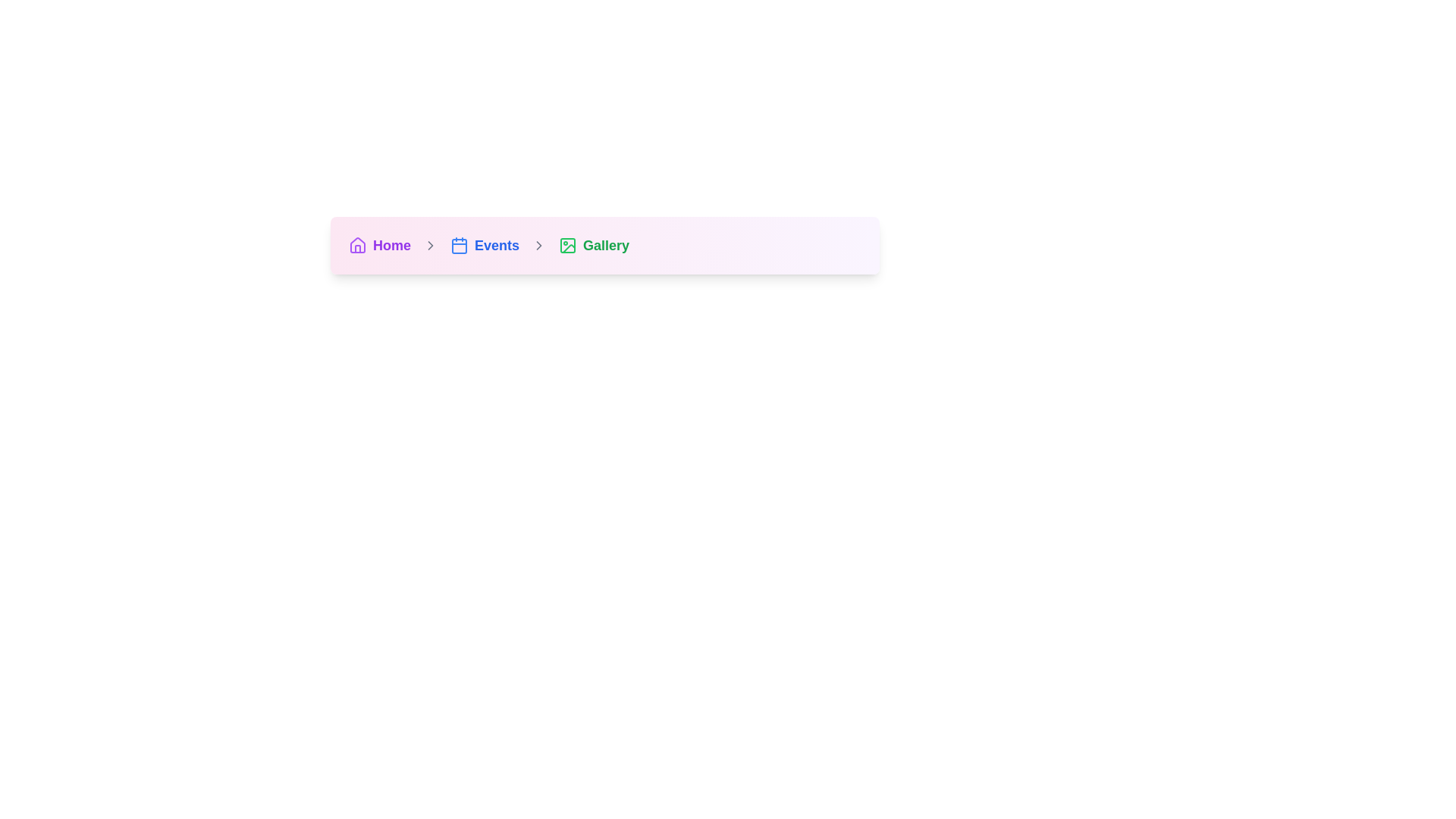  What do you see at coordinates (604, 245) in the screenshot?
I see `the breadcrumb navigation component, which is a gradient bar containing 'Home', 'Events', and 'Gallery' sections` at bounding box center [604, 245].